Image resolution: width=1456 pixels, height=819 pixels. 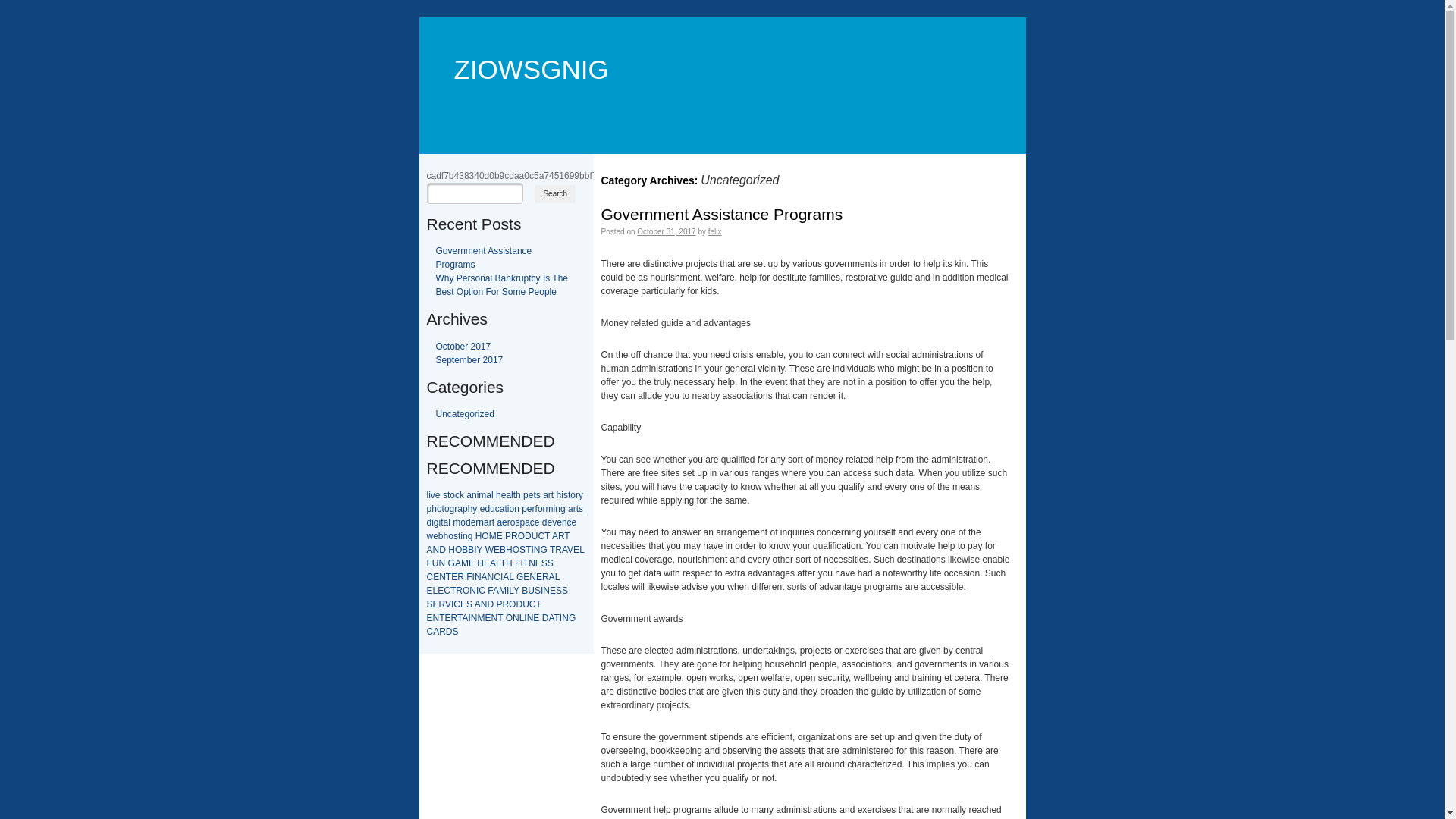 What do you see at coordinates (510, 590) in the screenshot?
I see `'L'` at bounding box center [510, 590].